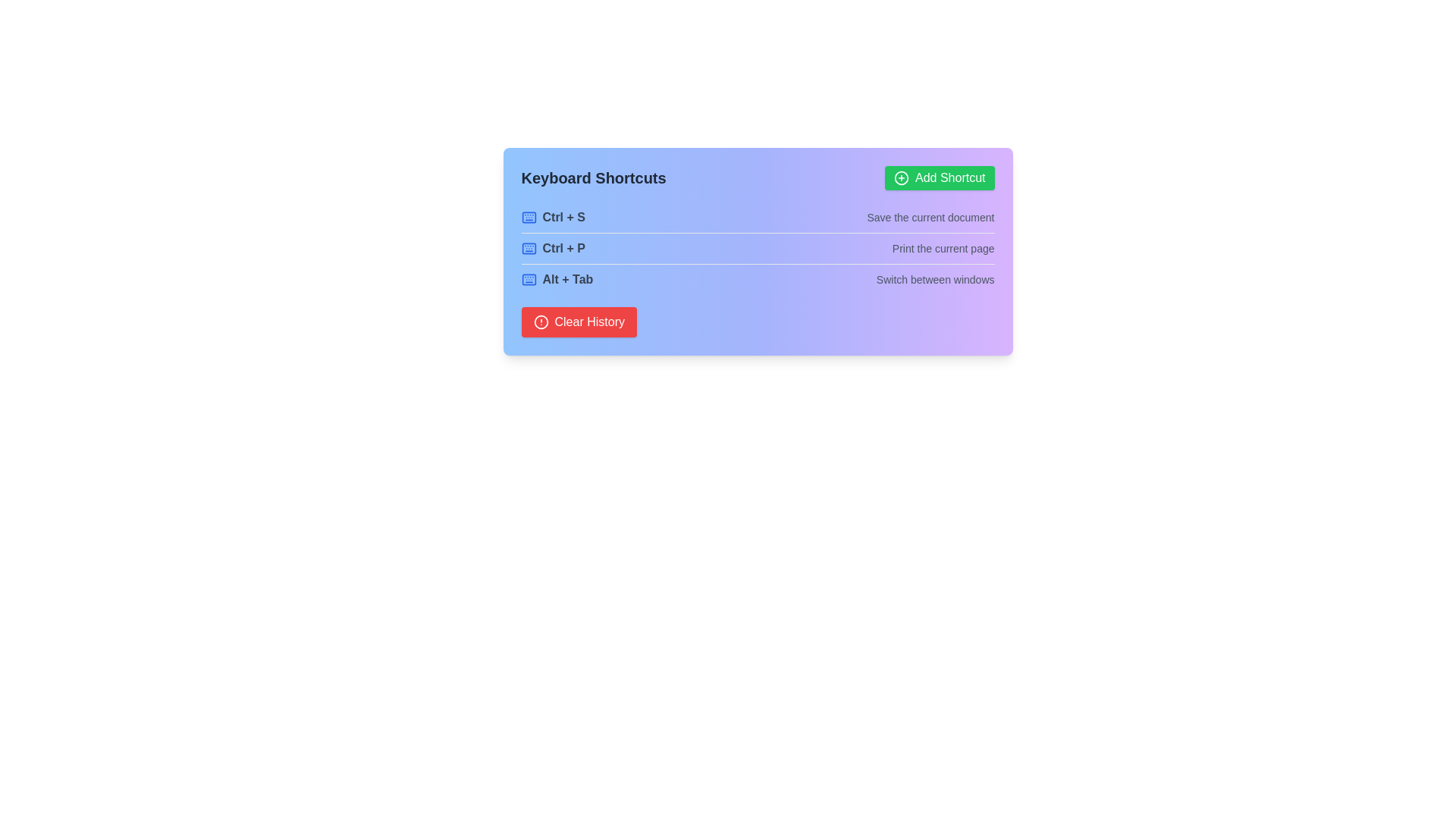 This screenshot has height=819, width=1456. I want to click on the 'Clear History' button located at the bottom left of the keyboard shortcuts card, so click(578, 321).